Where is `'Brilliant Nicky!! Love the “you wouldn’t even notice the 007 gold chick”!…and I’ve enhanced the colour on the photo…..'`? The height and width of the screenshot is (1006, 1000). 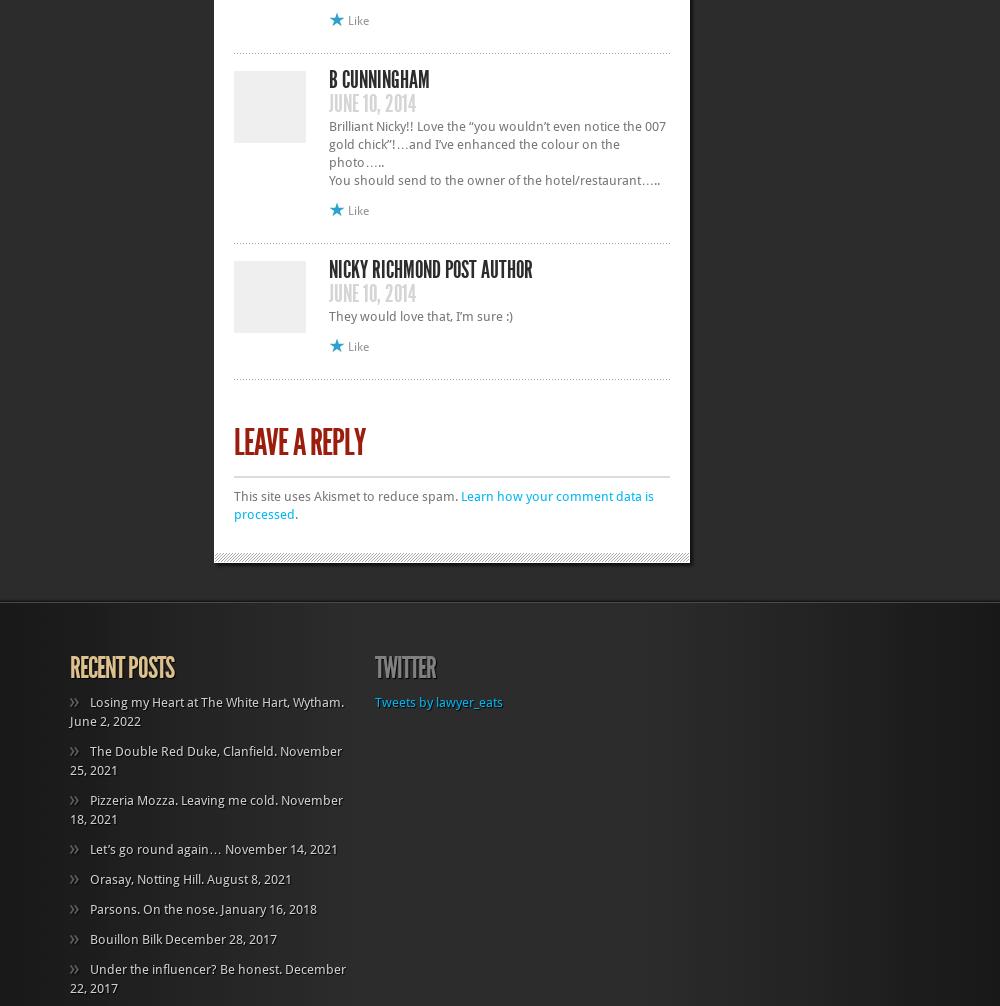
'Brilliant Nicky!! Love the “you wouldn’t even notice the 007 gold chick”!…and I’ve enhanced the colour on the photo…..' is located at coordinates (496, 143).